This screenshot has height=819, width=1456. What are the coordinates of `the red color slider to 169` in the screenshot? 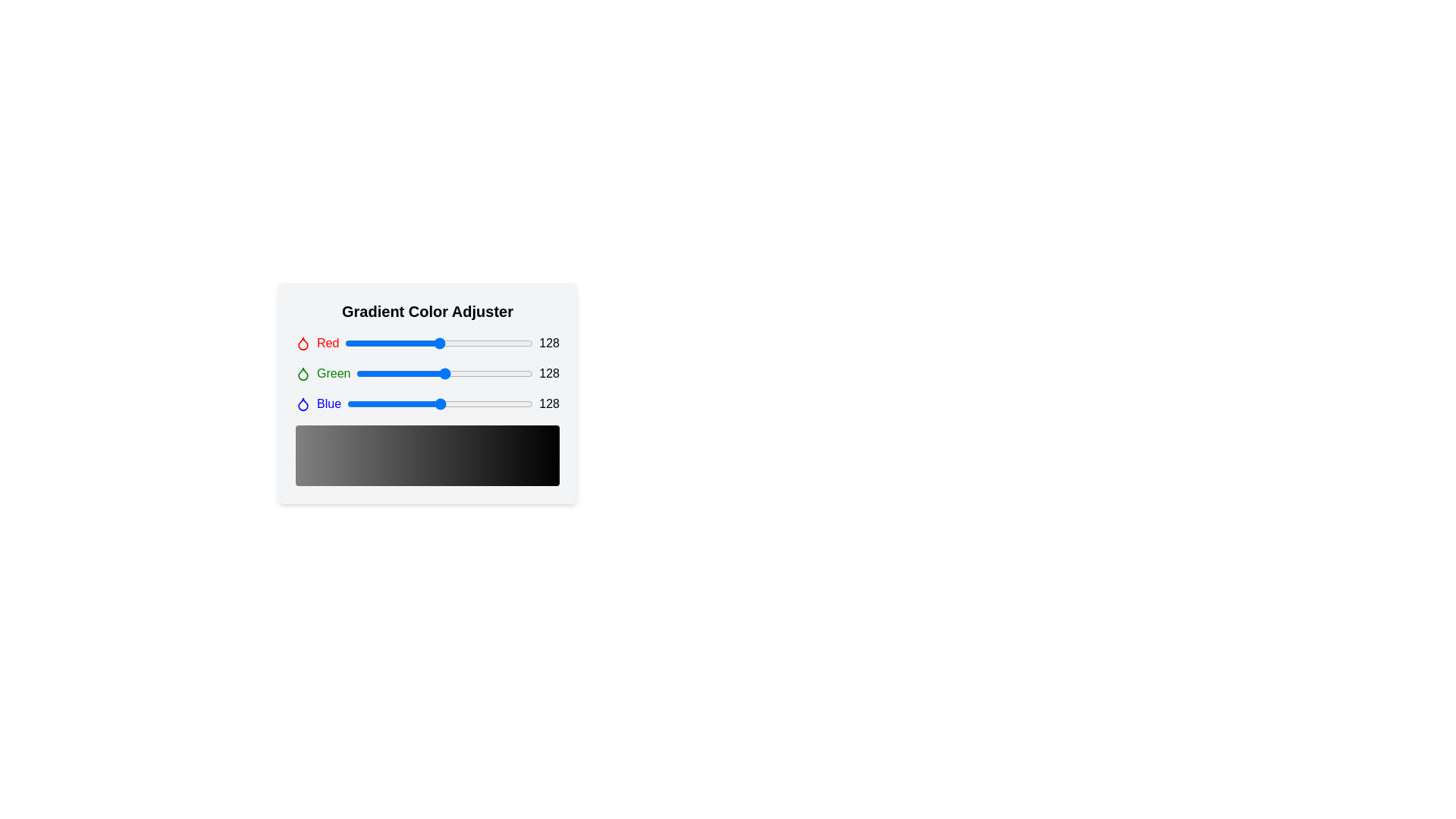 It's located at (469, 343).